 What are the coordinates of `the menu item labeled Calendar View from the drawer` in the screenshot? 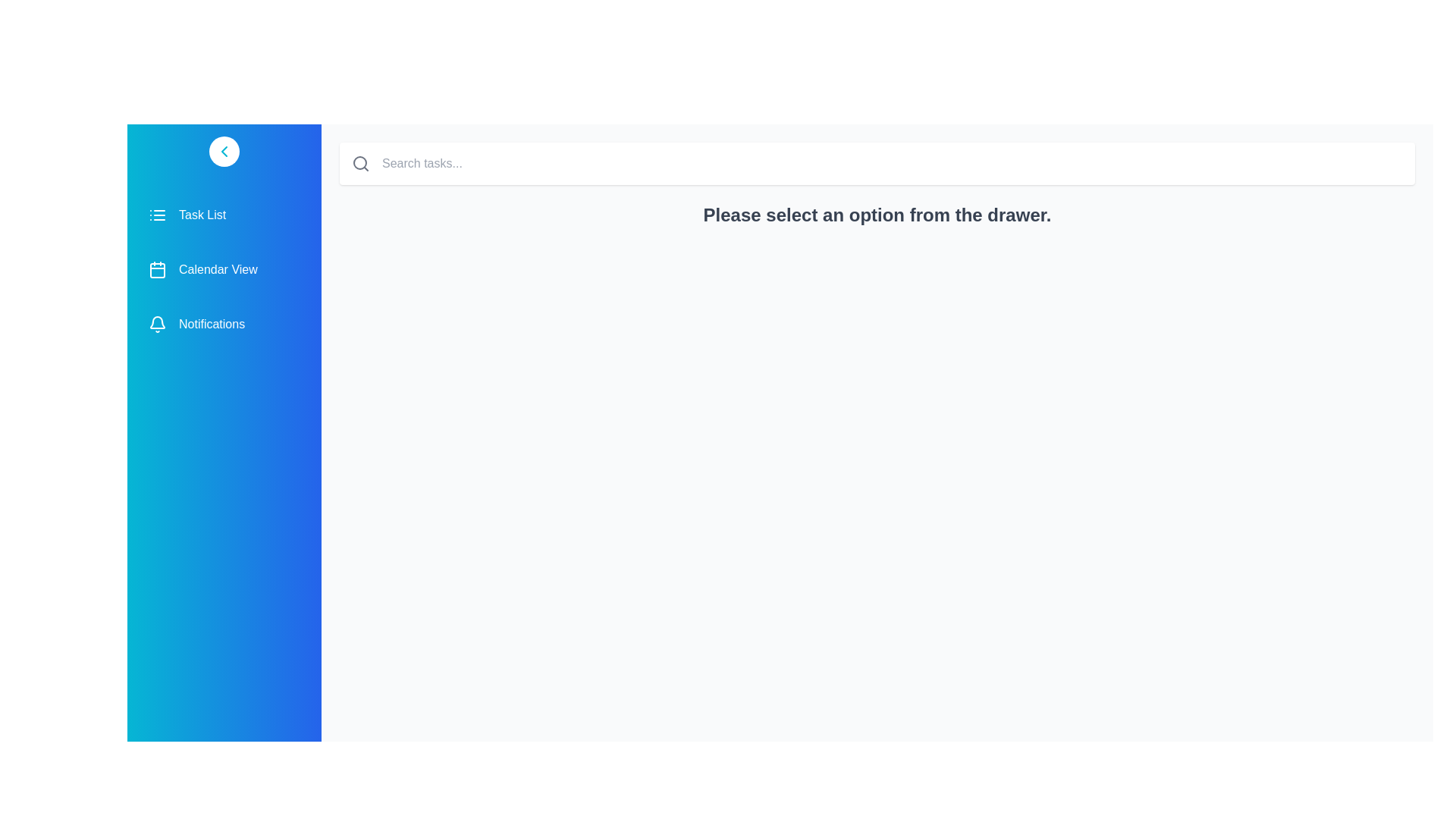 It's located at (224, 268).